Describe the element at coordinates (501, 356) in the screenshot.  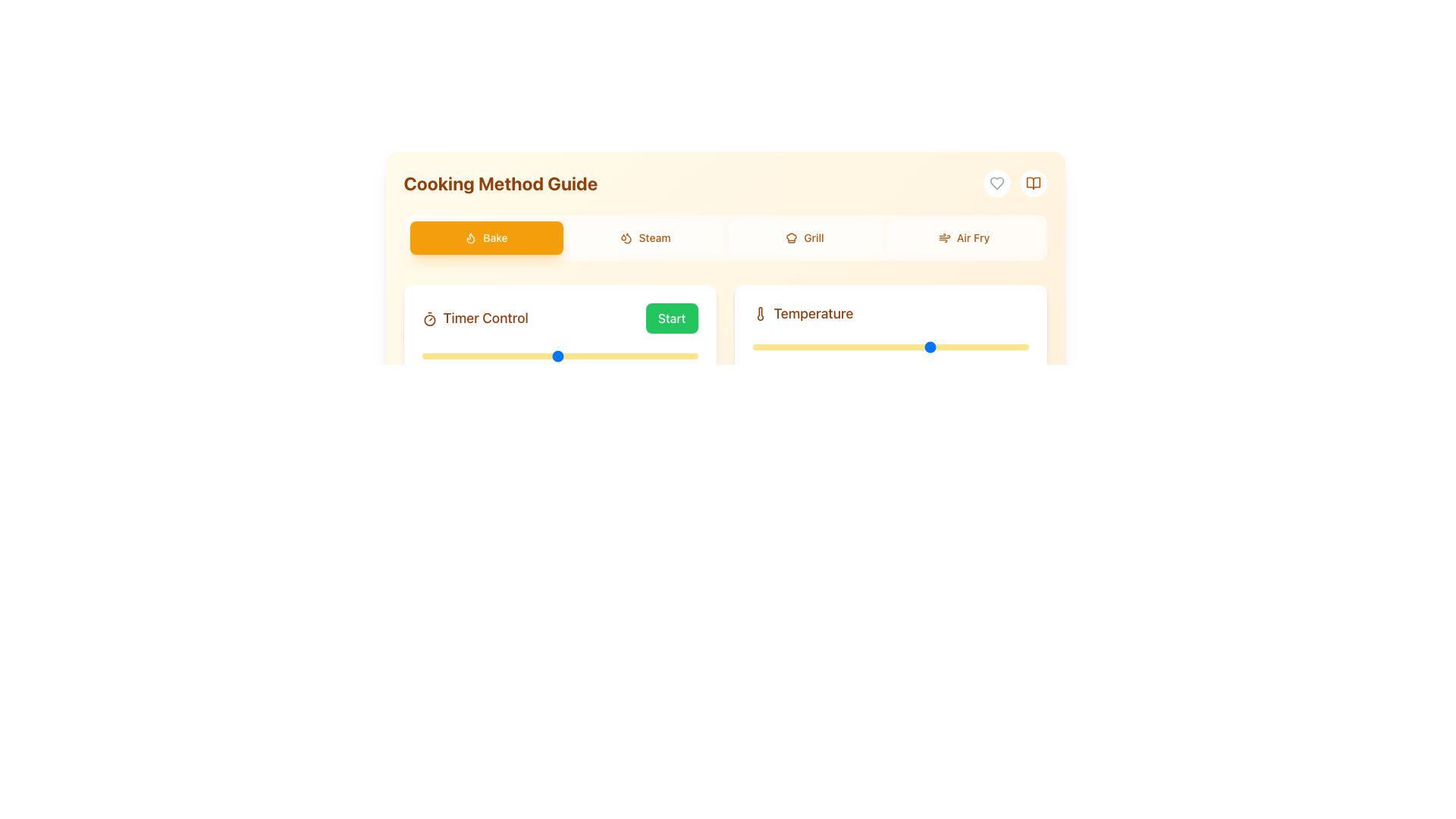
I see `the timer slider` at that location.